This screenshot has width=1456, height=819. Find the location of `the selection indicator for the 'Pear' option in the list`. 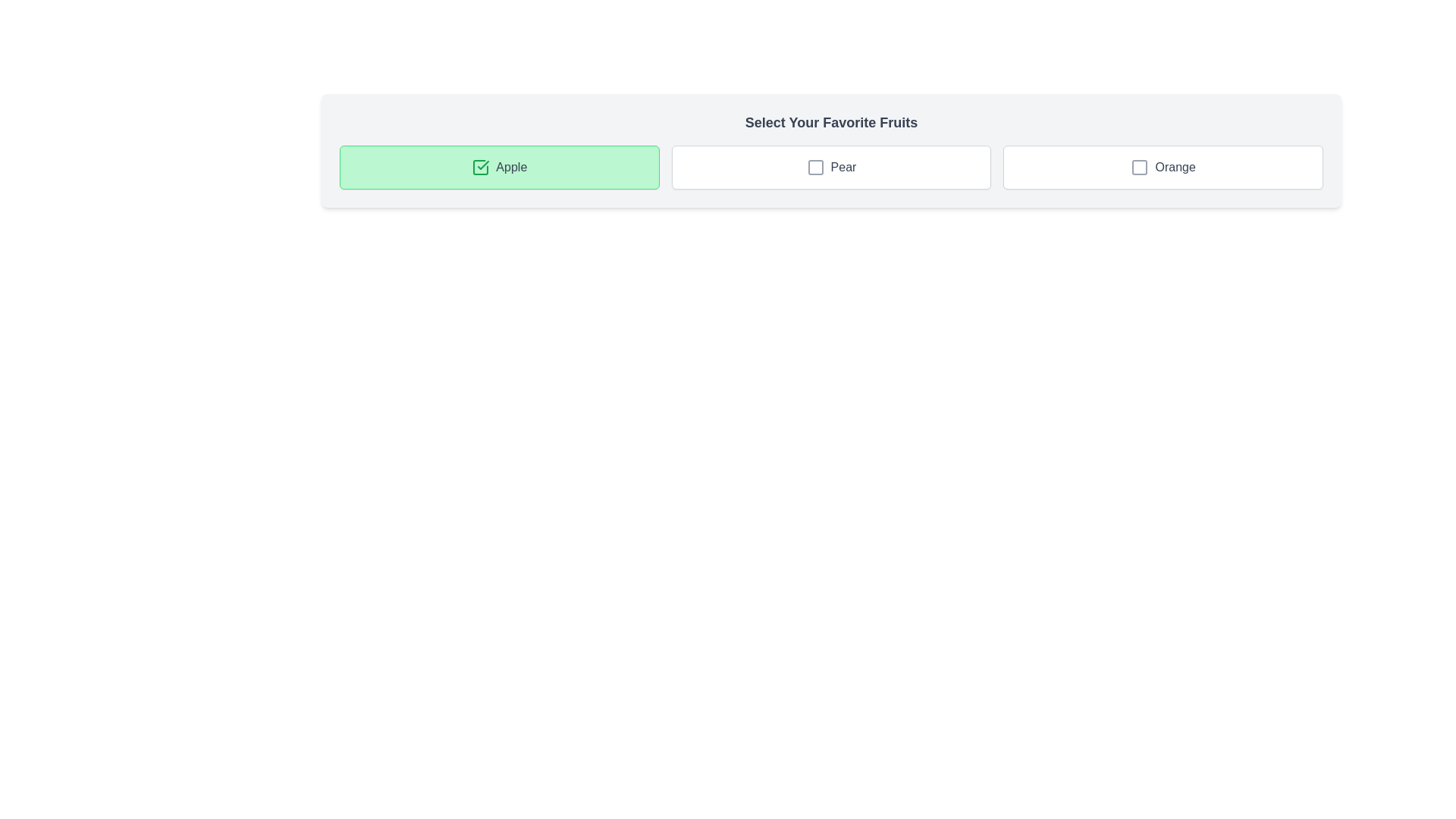

the selection indicator for the 'Pear' option in the list is located at coordinates (814, 167).